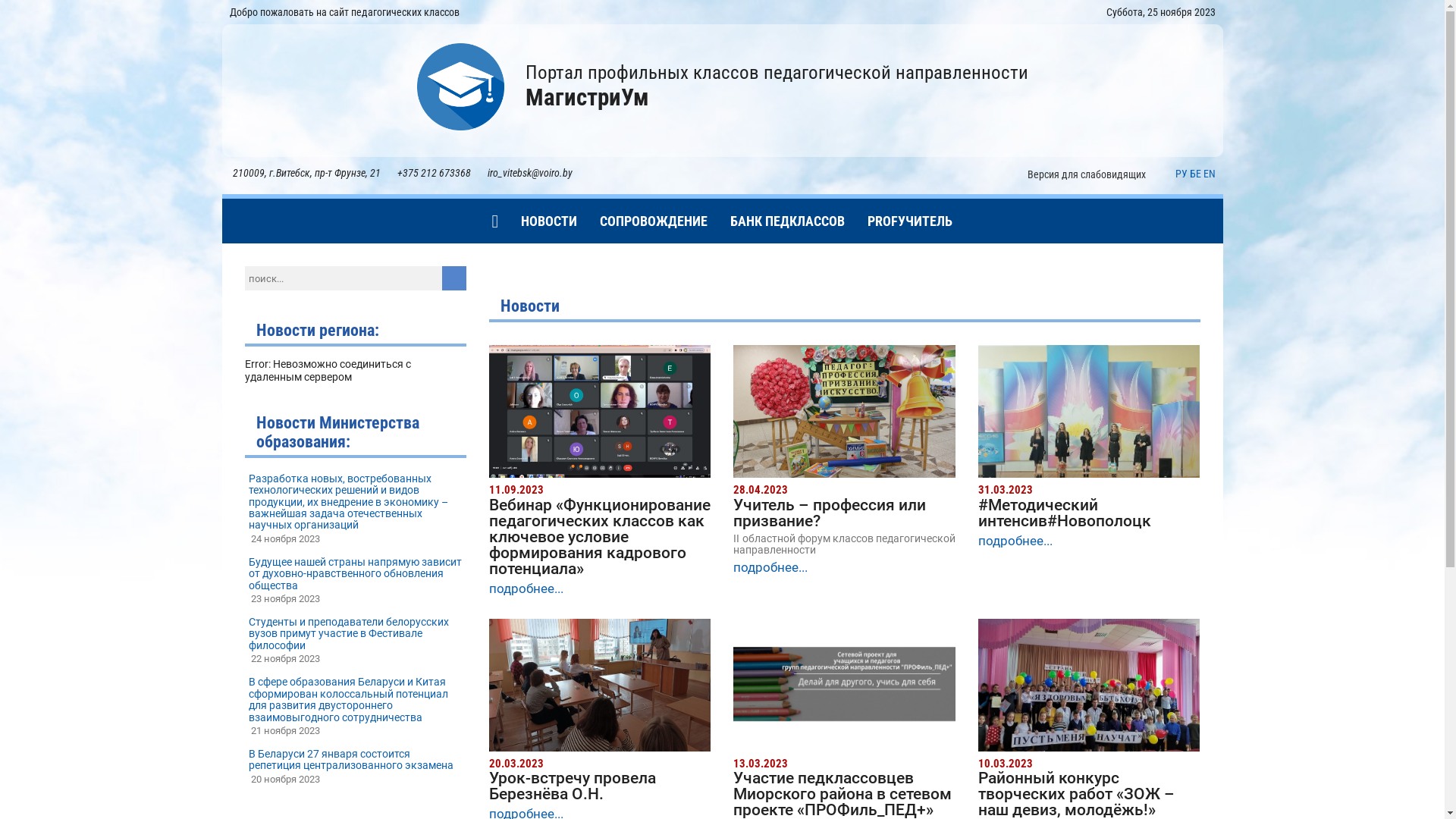  What do you see at coordinates (1207, 172) in the screenshot?
I see `'EN'` at bounding box center [1207, 172].